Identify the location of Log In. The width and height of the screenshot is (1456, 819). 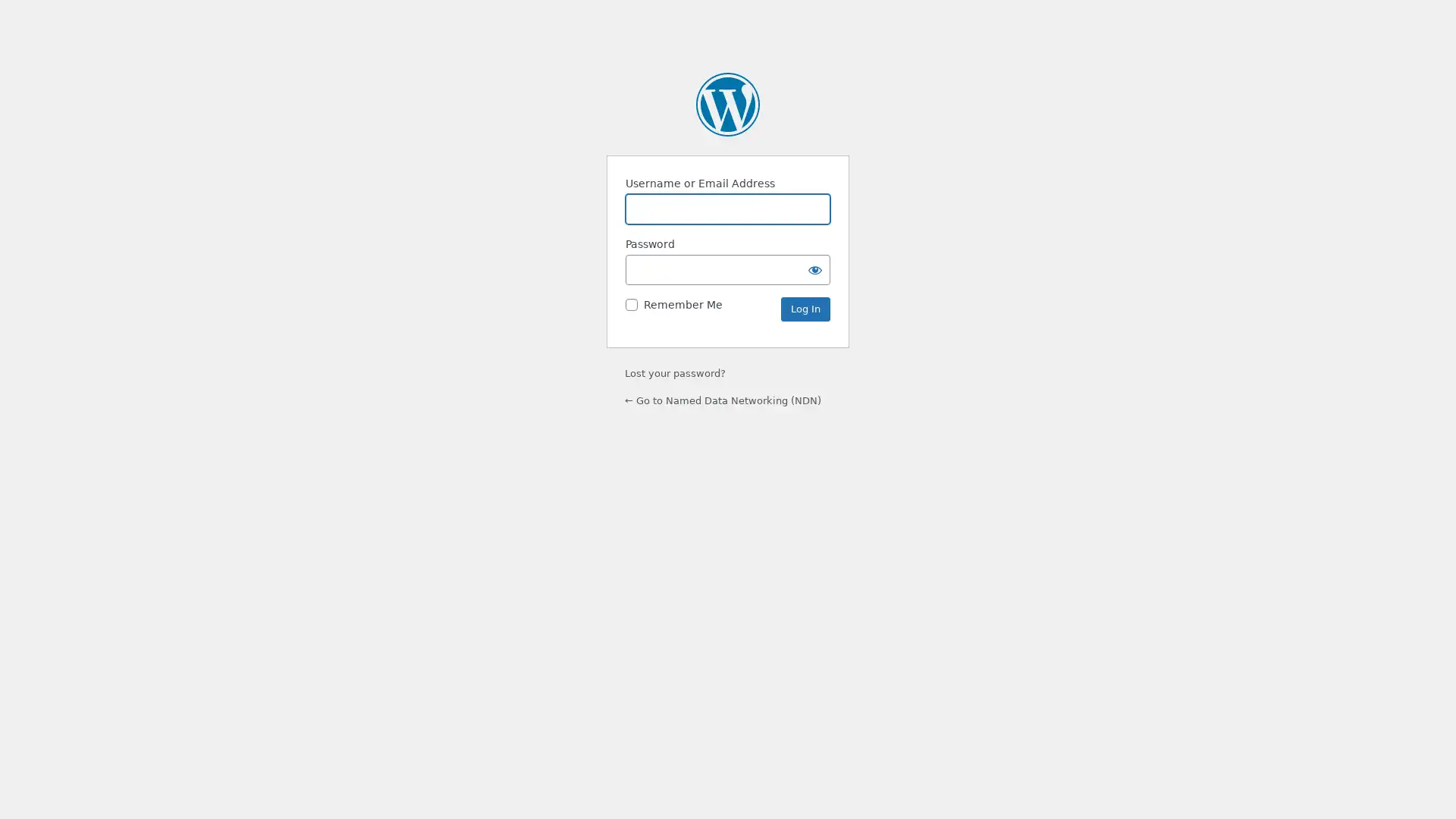
(805, 309).